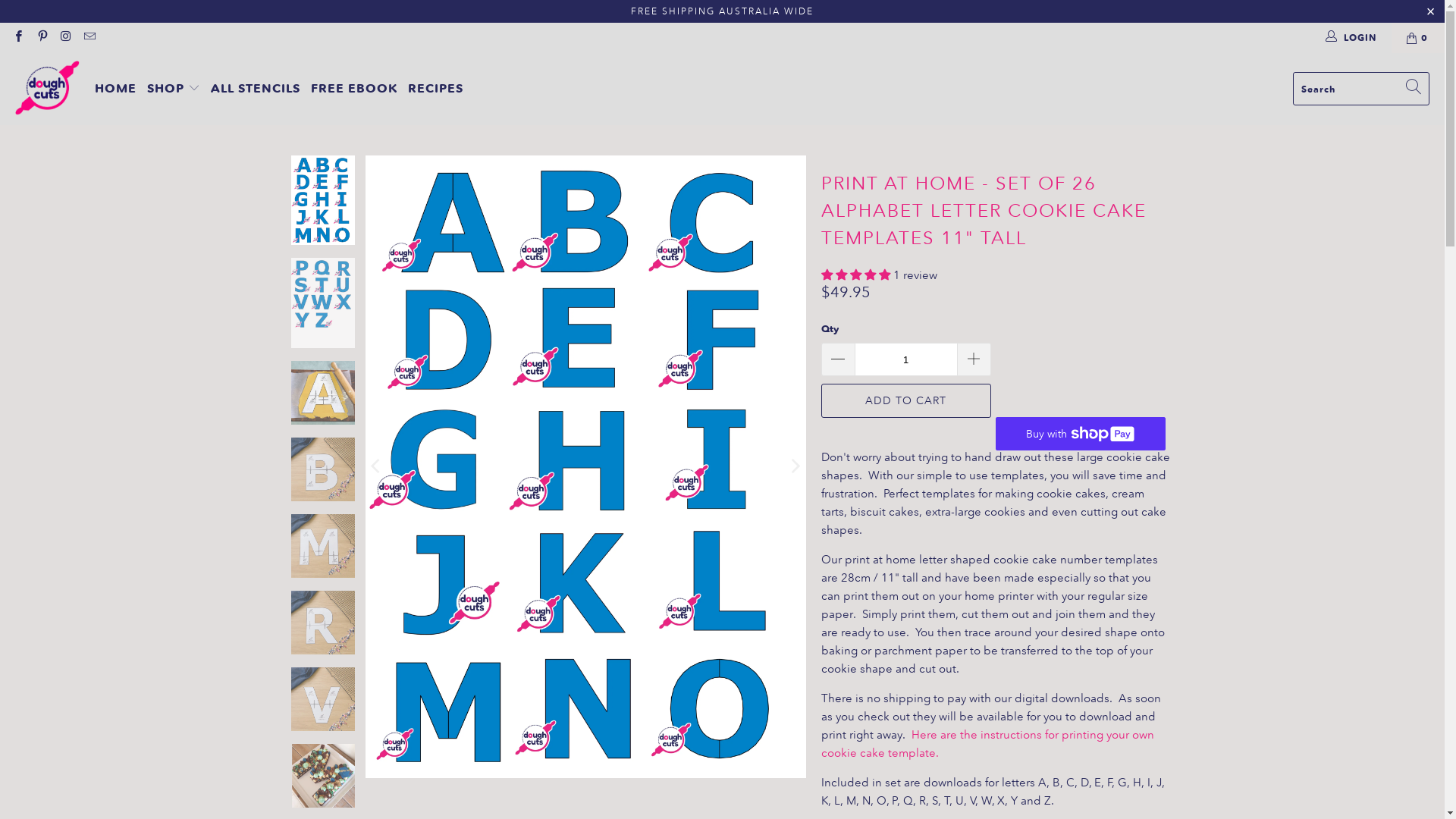  What do you see at coordinates (64, 36) in the screenshot?
I see `'DoughCuts on Instagram'` at bounding box center [64, 36].